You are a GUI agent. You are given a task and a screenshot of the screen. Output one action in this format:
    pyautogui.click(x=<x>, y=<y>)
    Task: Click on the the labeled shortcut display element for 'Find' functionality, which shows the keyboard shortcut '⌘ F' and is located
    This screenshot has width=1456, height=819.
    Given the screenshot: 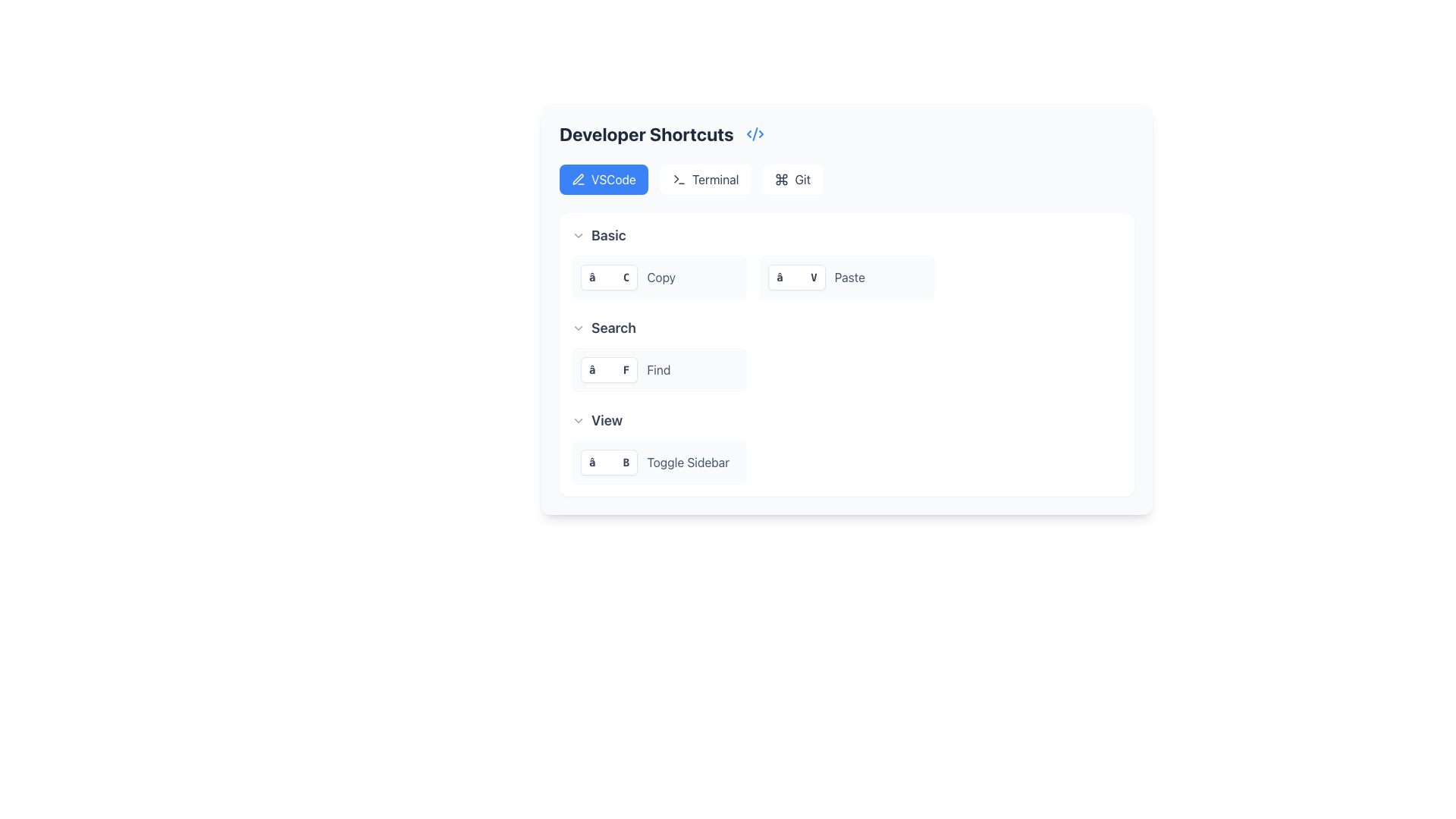 What is the action you would take?
    pyautogui.click(x=659, y=370)
    